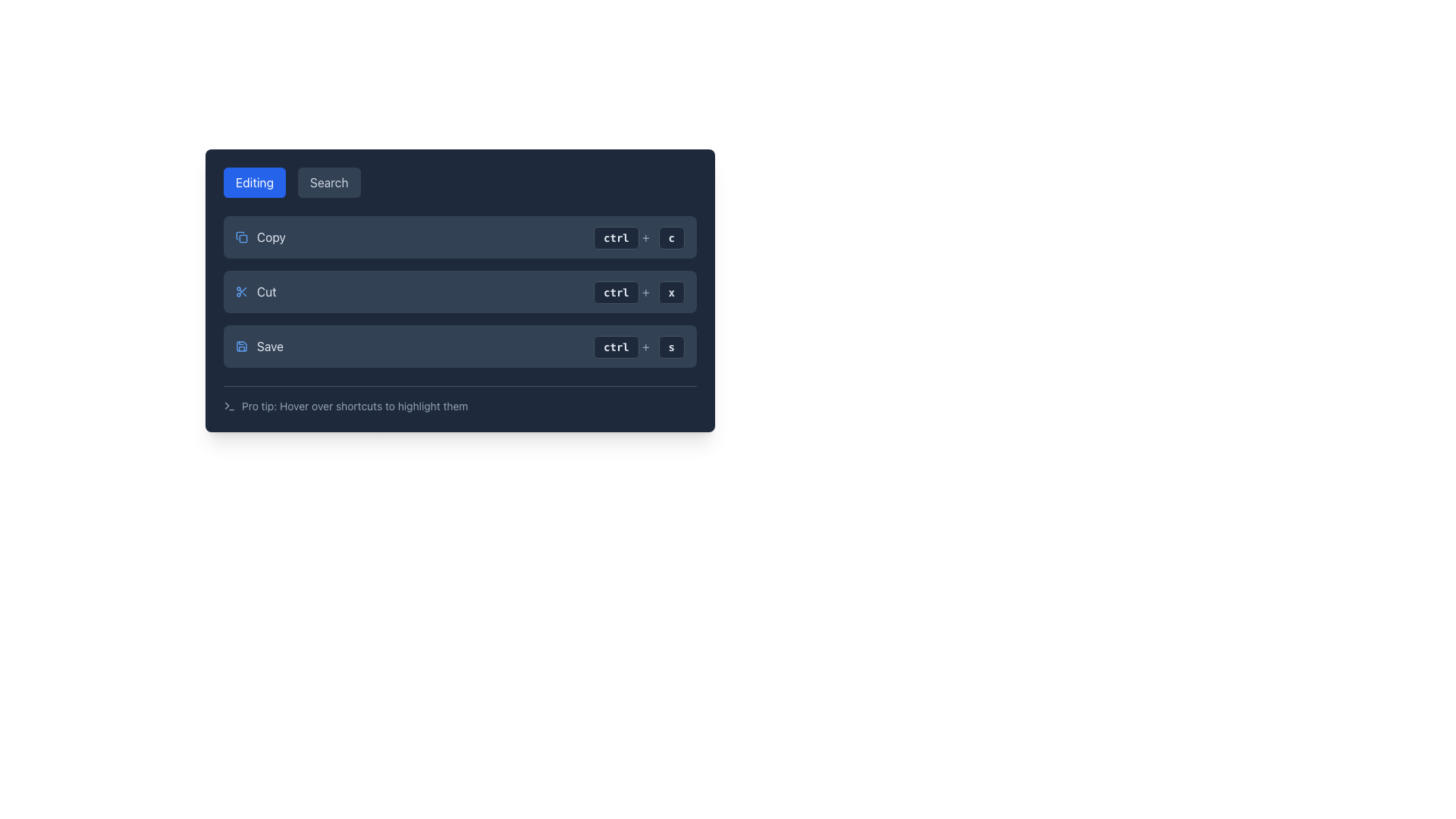 The height and width of the screenshot is (819, 1456). Describe the element at coordinates (240, 346) in the screenshot. I see `the 'Save' icon located in the third row of the vertical options list, which is positioned to the left of the text 'Save'` at that location.